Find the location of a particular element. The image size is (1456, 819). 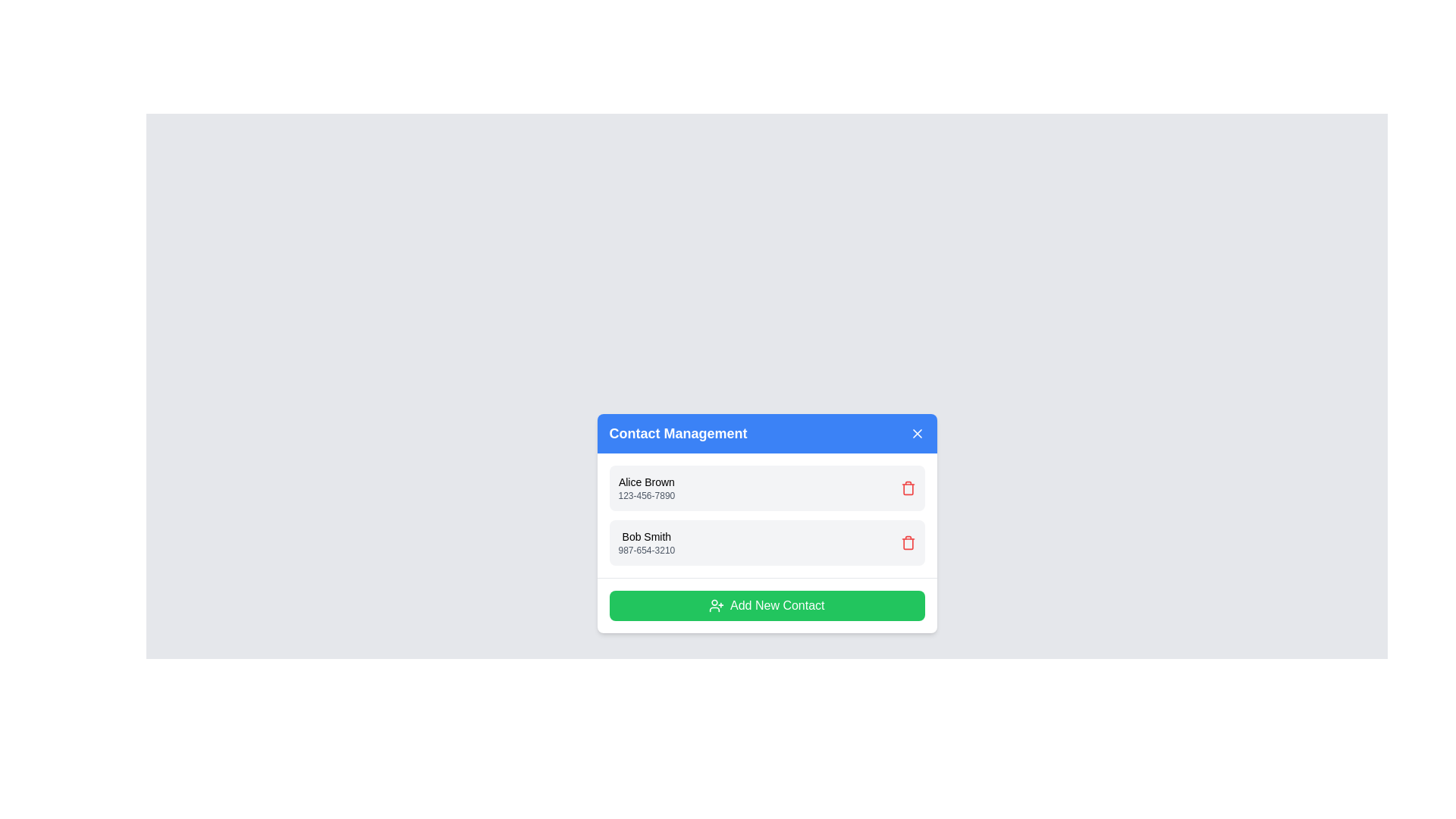

the contact details of Alice Brown is located at coordinates (646, 482).